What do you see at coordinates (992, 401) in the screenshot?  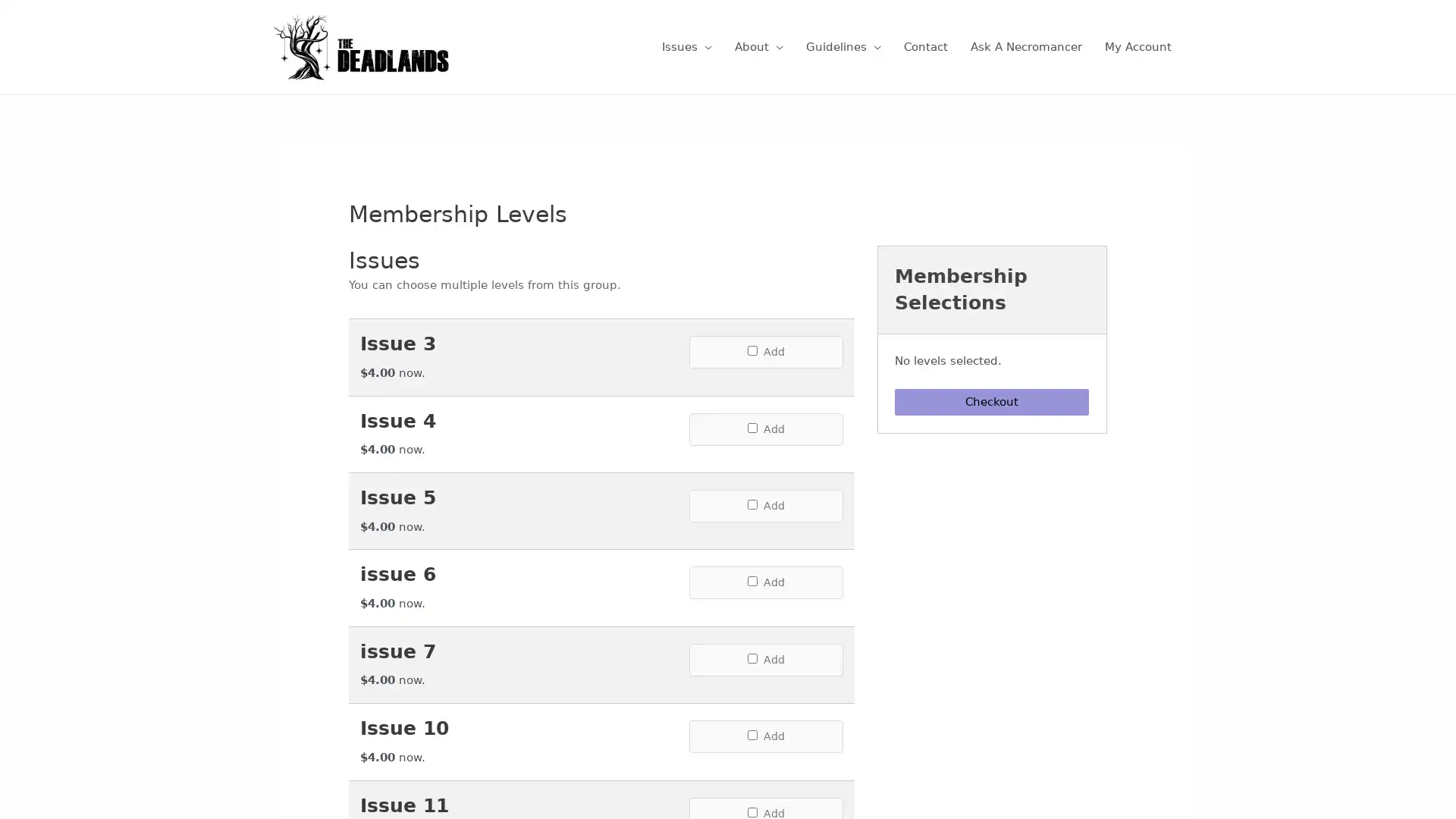 I see `Checkout` at bounding box center [992, 401].